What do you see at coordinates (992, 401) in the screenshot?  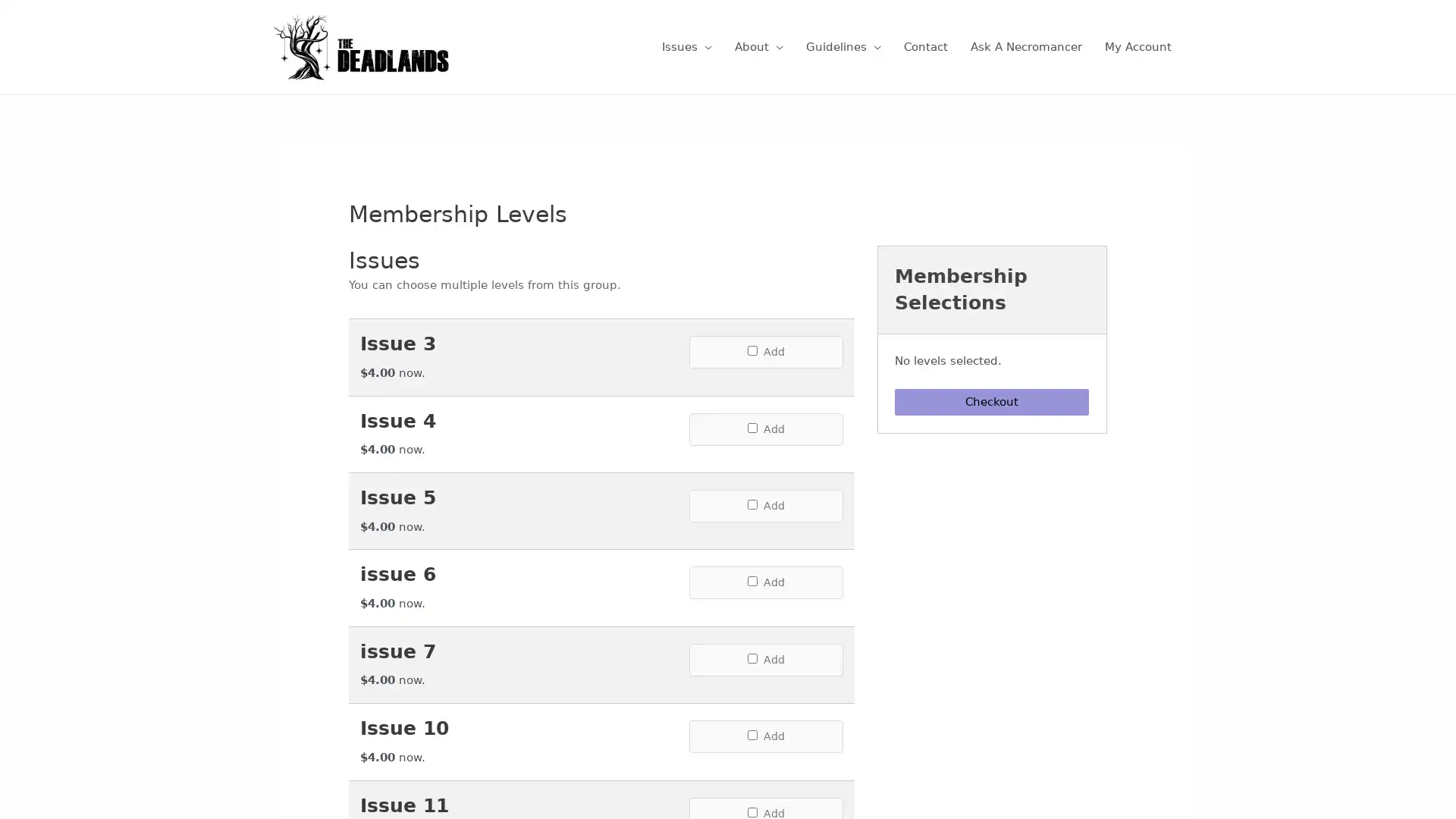 I see `Checkout` at bounding box center [992, 401].